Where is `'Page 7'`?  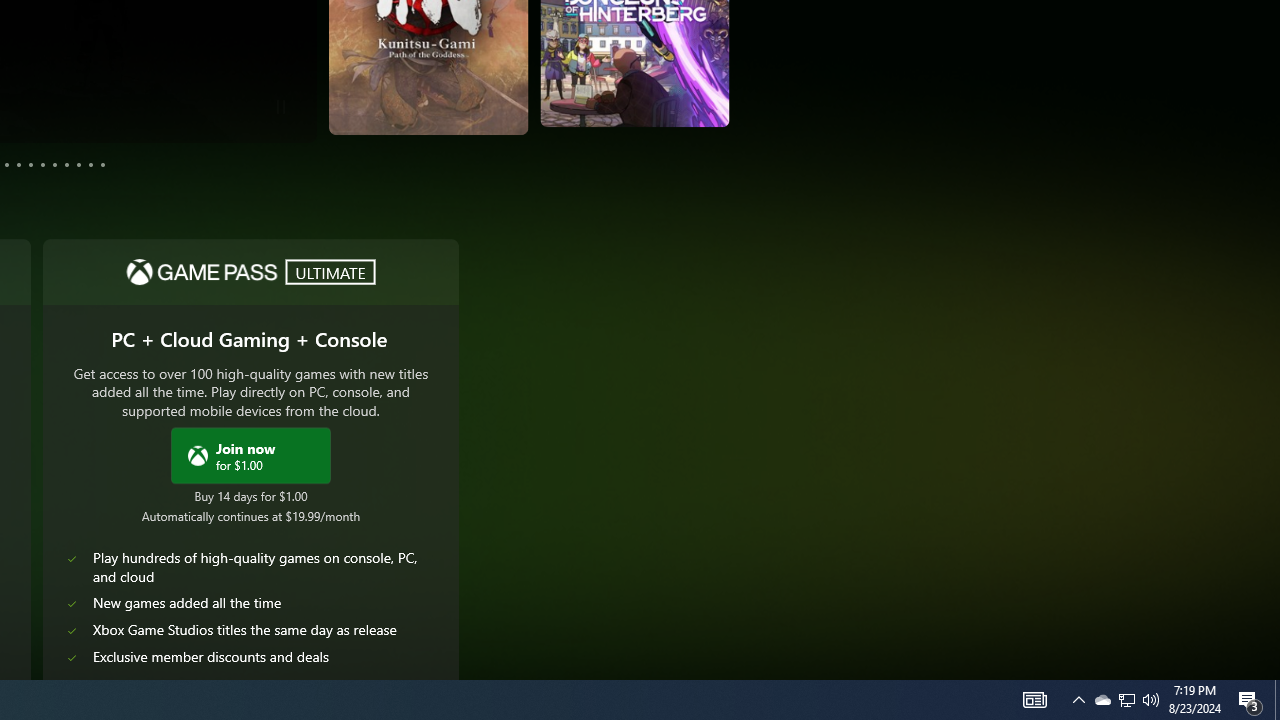
'Page 7' is located at coordinates (42, 163).